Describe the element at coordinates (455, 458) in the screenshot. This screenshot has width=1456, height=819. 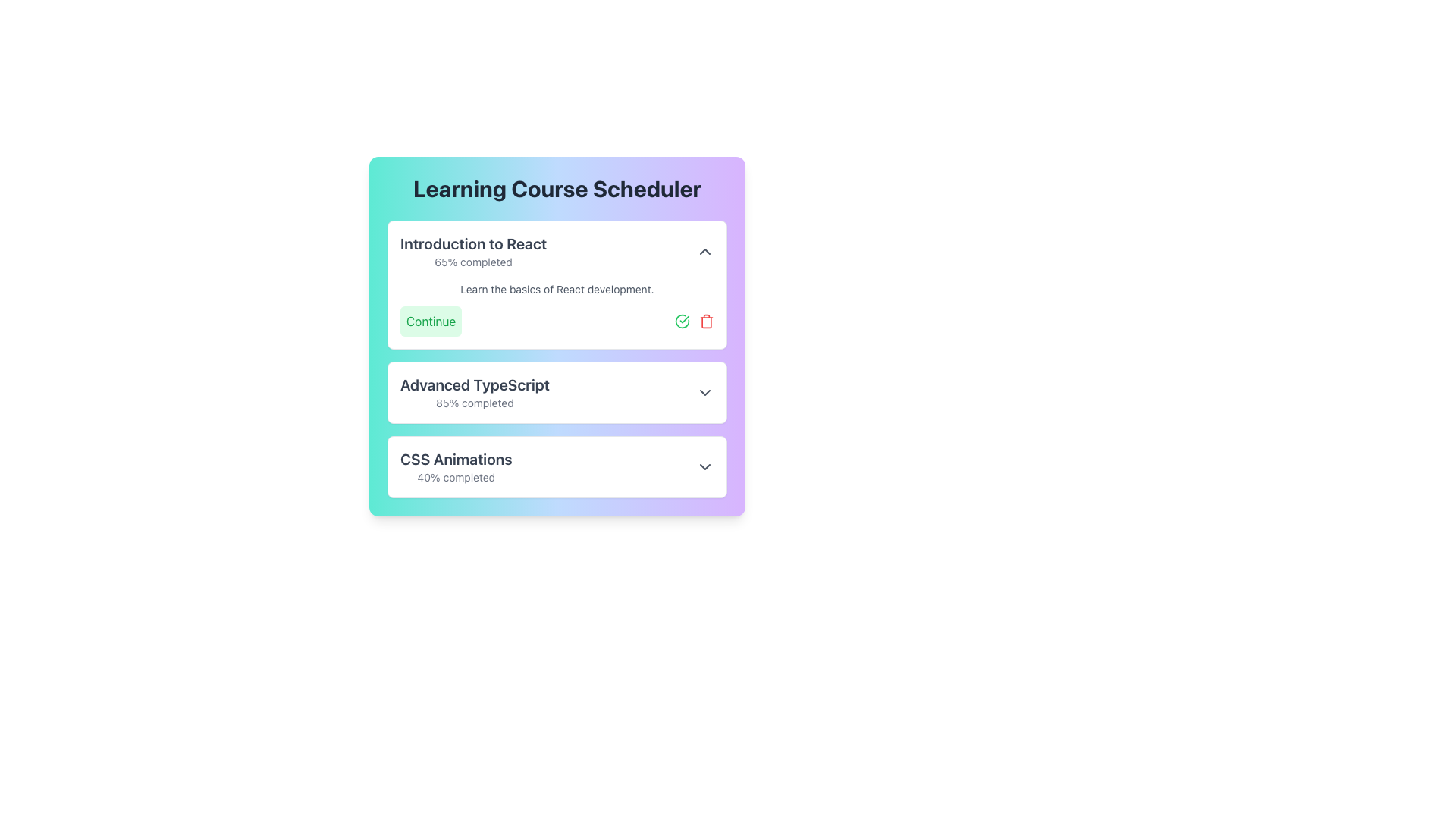
I see `the text label displaying 'CSS Animations', which is in bold dark gray font at the top of the third card in the 'Learning Course Scheduler' module` at that location.